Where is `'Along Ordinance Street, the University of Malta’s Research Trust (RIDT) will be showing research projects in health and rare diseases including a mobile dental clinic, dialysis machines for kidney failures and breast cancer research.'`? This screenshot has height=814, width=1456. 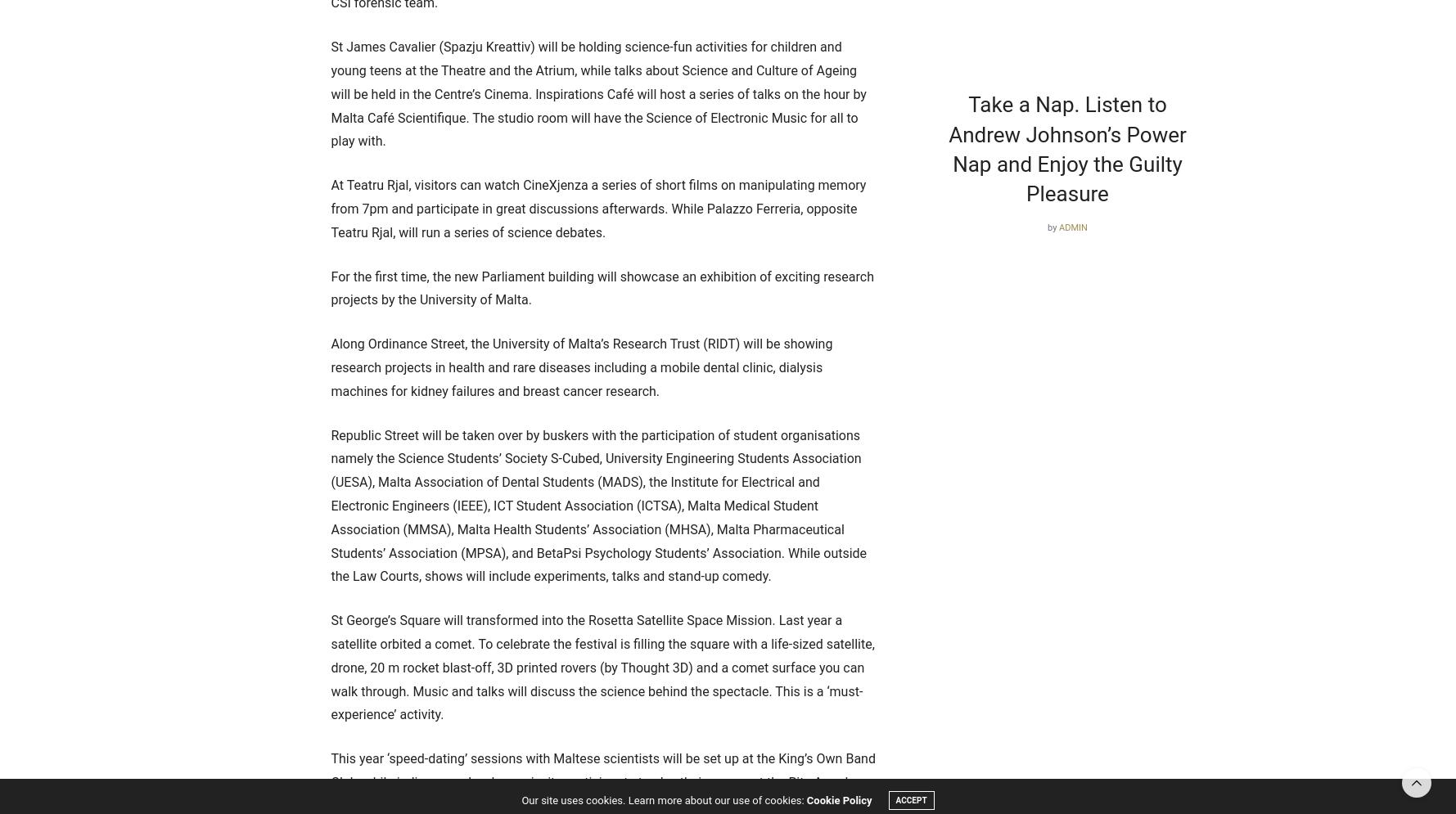 'Along Ordinance Street, the University of Malta’s Research Trust (RIDT) will be showing research projects in health and rare diseases including a mobile dental clinic, dialysis machines for kidney failures and breast cancer research.' is located at coordinates (581, 367).